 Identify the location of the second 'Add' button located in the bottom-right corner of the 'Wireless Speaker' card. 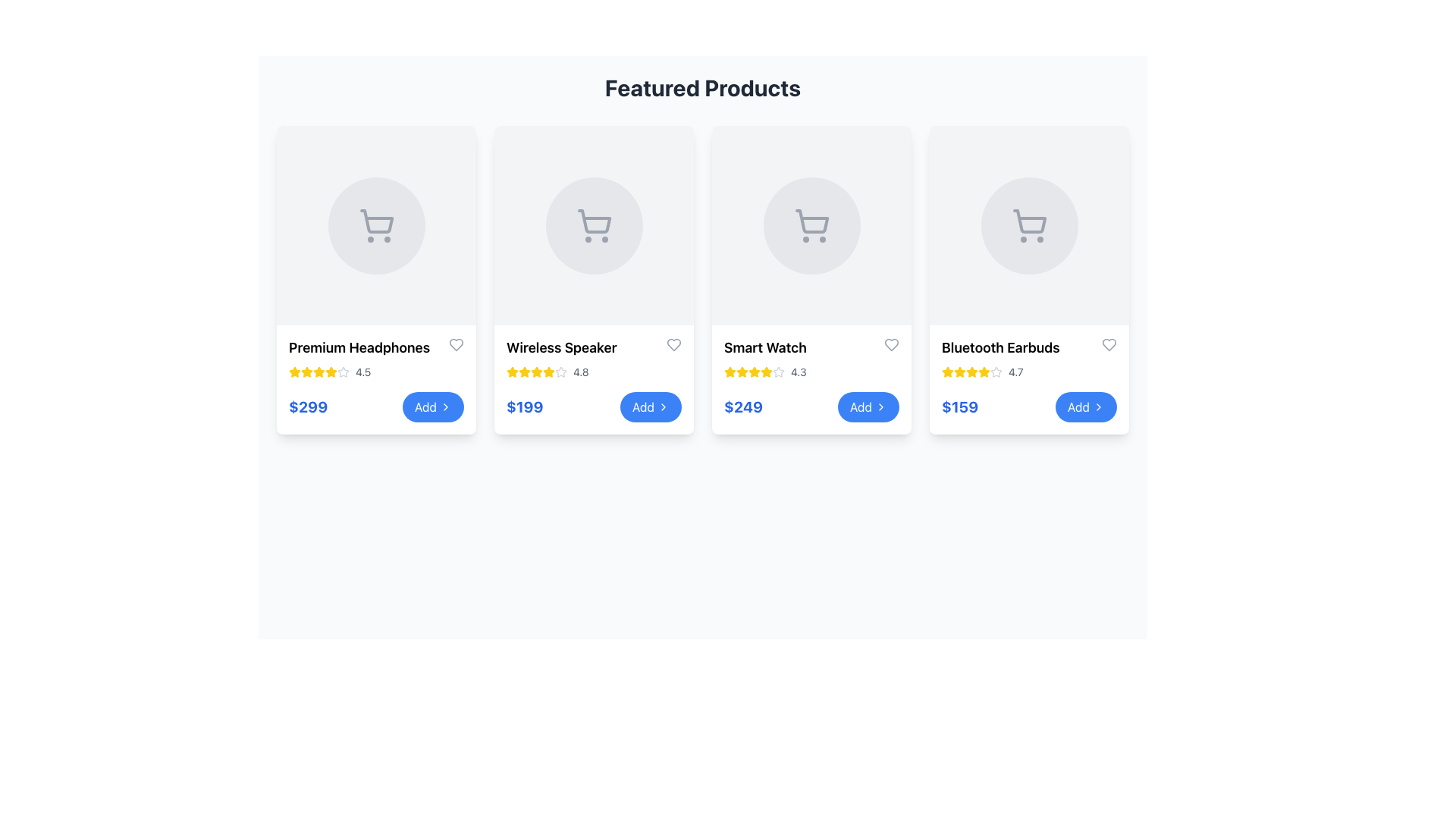
(651, 406).